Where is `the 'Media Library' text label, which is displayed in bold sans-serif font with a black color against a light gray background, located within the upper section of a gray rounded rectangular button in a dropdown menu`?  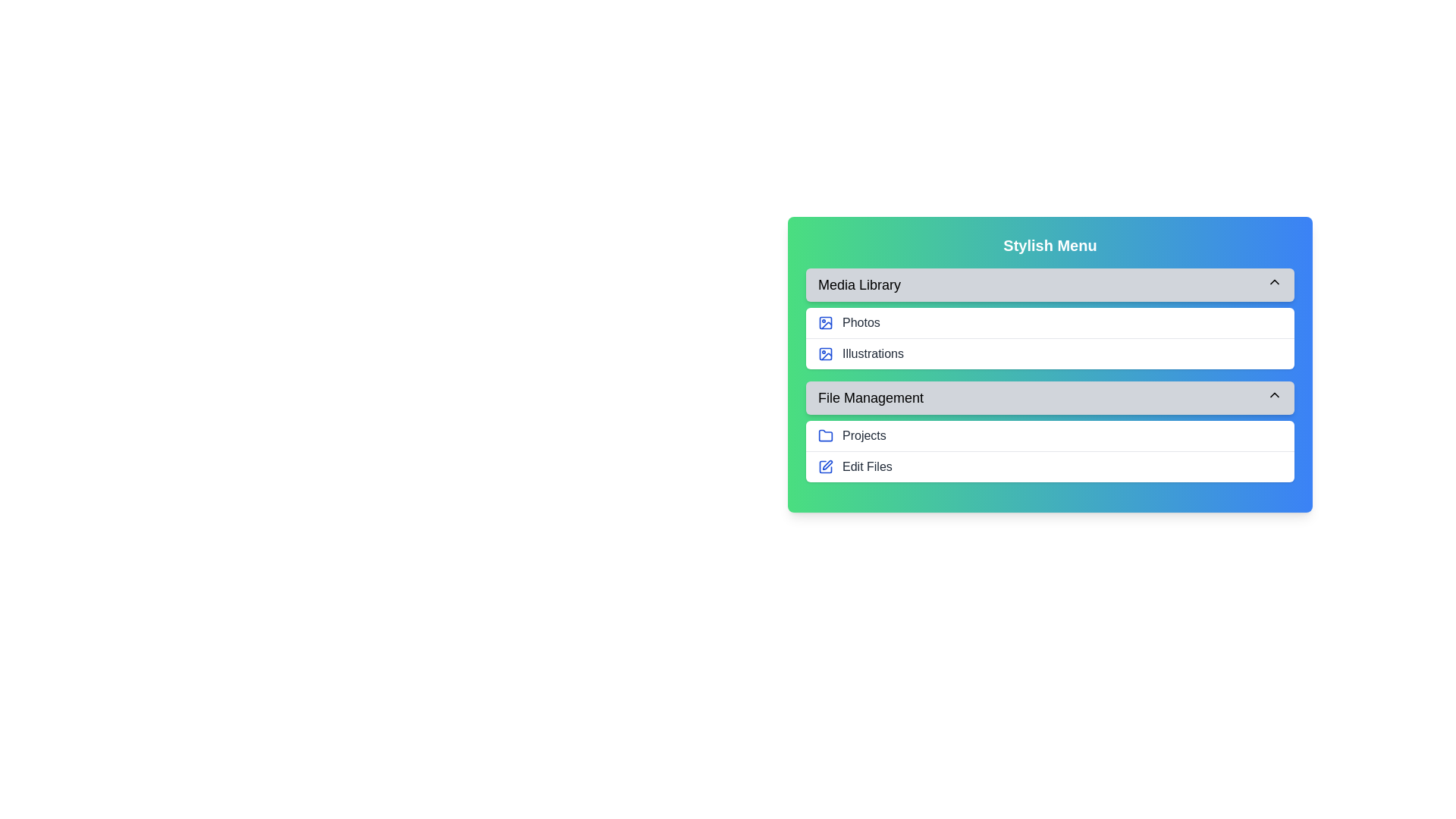 the 'Media Library' text label, which is displayed in bold sans-serif font with a black color against a light gray background, located within the upper section of a gray rounded rectangular button in a dropdown menu is located at coordinates (859, 284).